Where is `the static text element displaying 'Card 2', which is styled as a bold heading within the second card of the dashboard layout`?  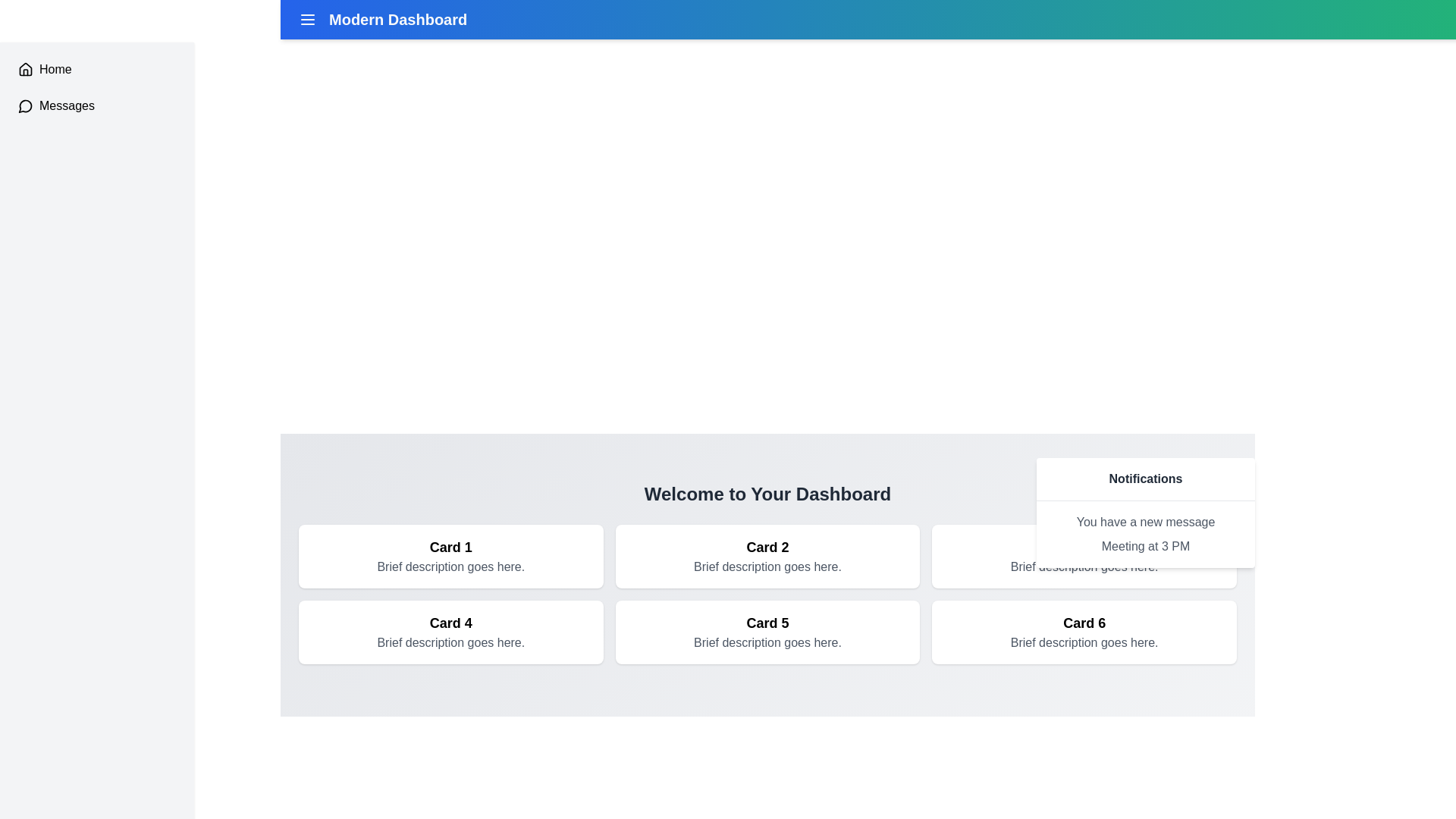 the static text element displaying 'Card 2', which is styled as a bold heading within the second card of the dashboard layout is located at coordinates (767, 547).